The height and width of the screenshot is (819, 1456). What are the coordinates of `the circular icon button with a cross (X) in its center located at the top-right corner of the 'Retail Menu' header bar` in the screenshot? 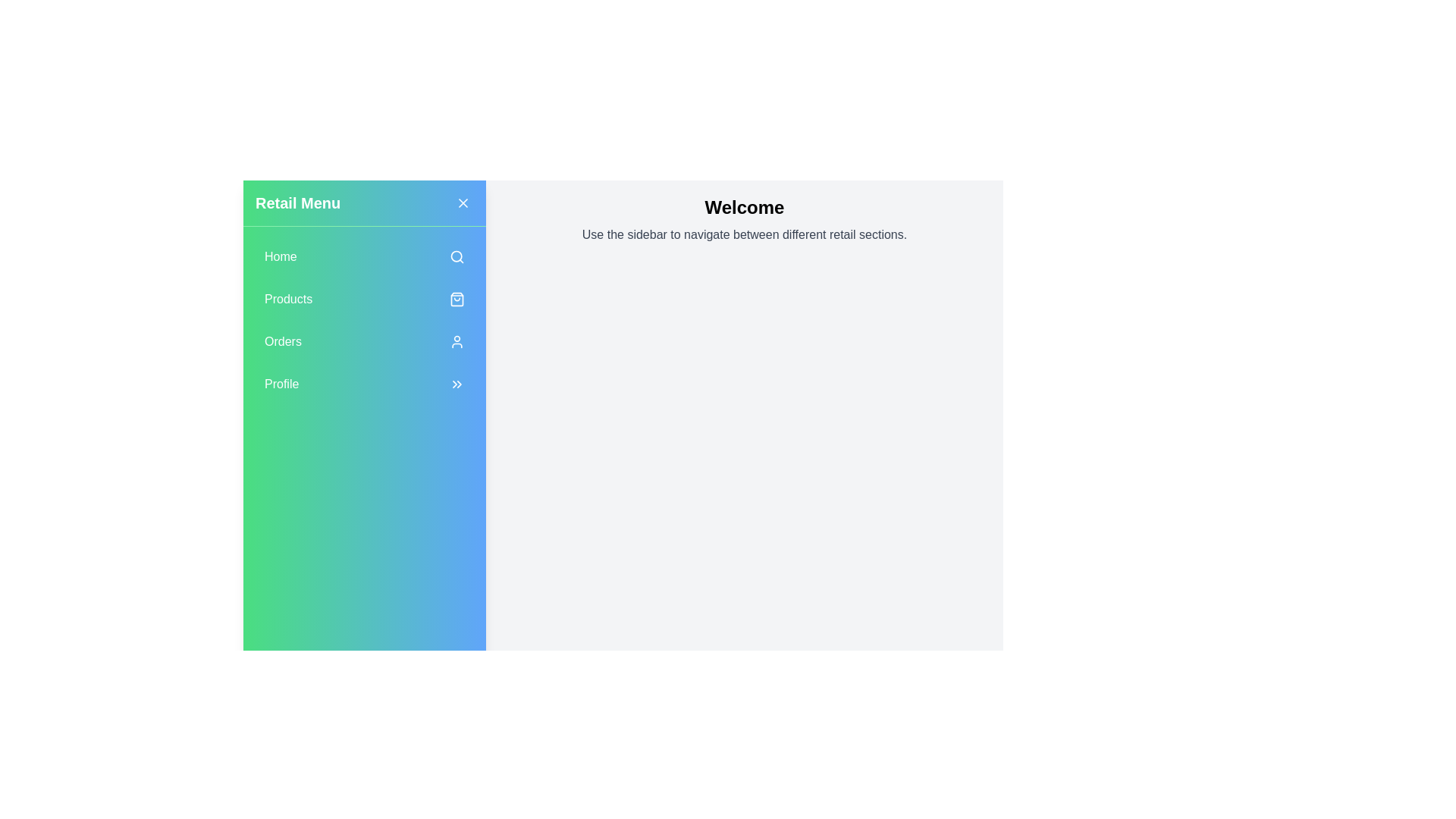 It's located at (462, 202).